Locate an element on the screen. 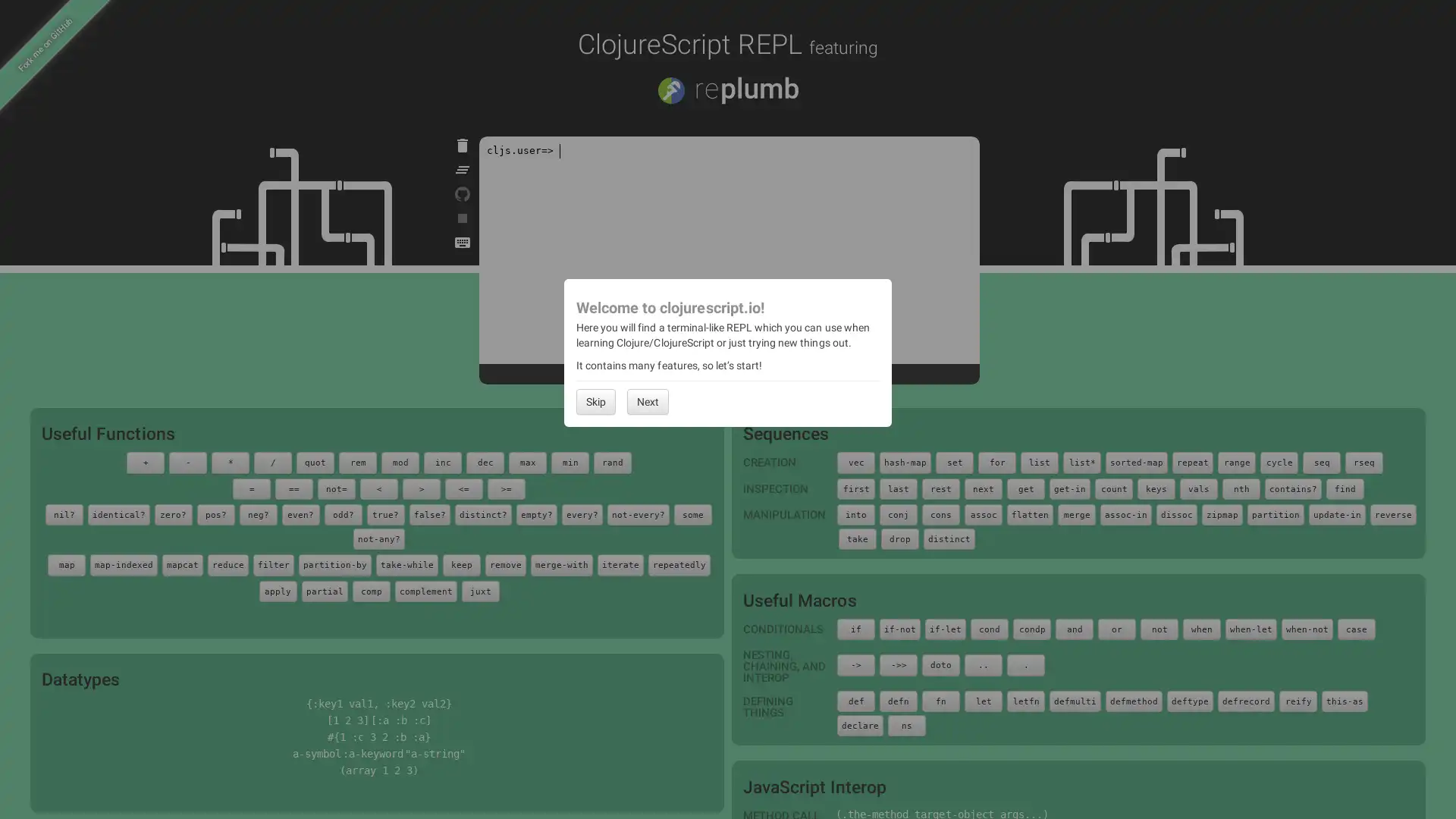  declare is located at coordinates (860, 724).